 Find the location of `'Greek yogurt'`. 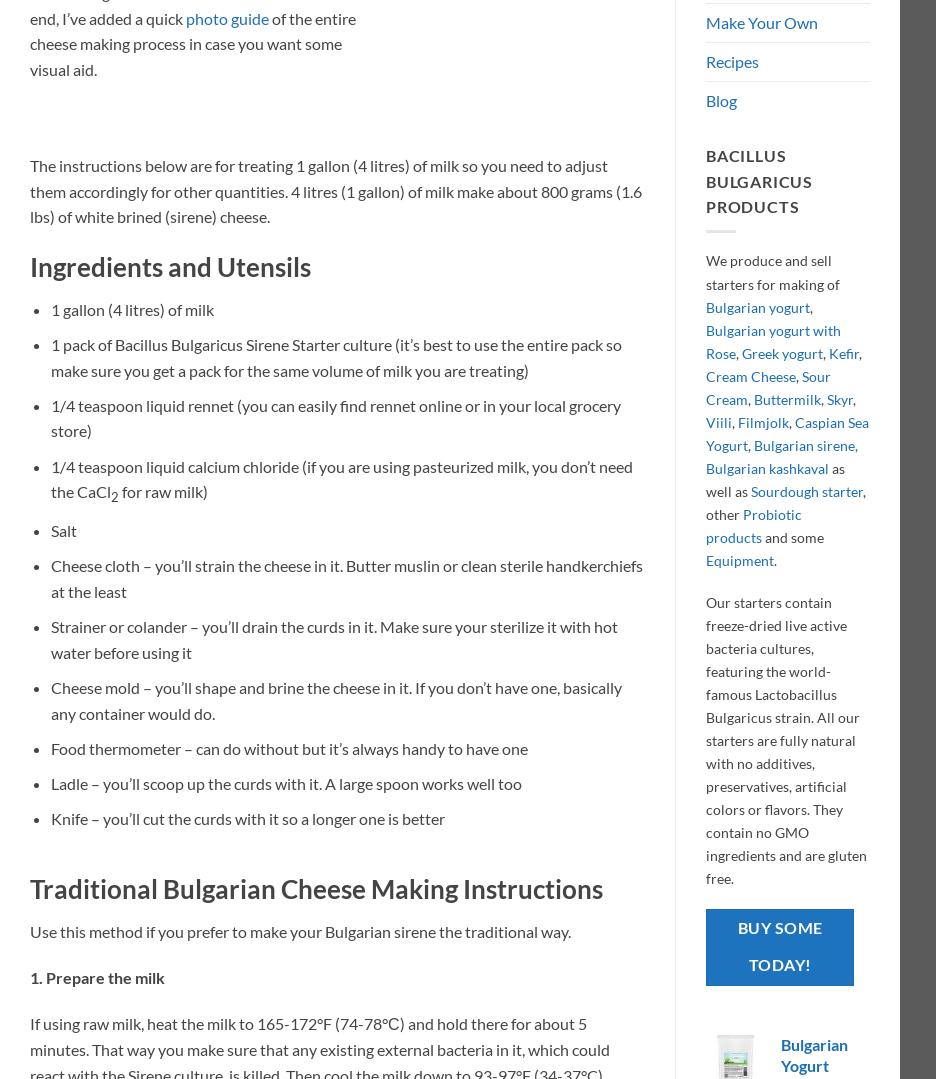

'Greek yogurt' is located at coordinates (740, 352).